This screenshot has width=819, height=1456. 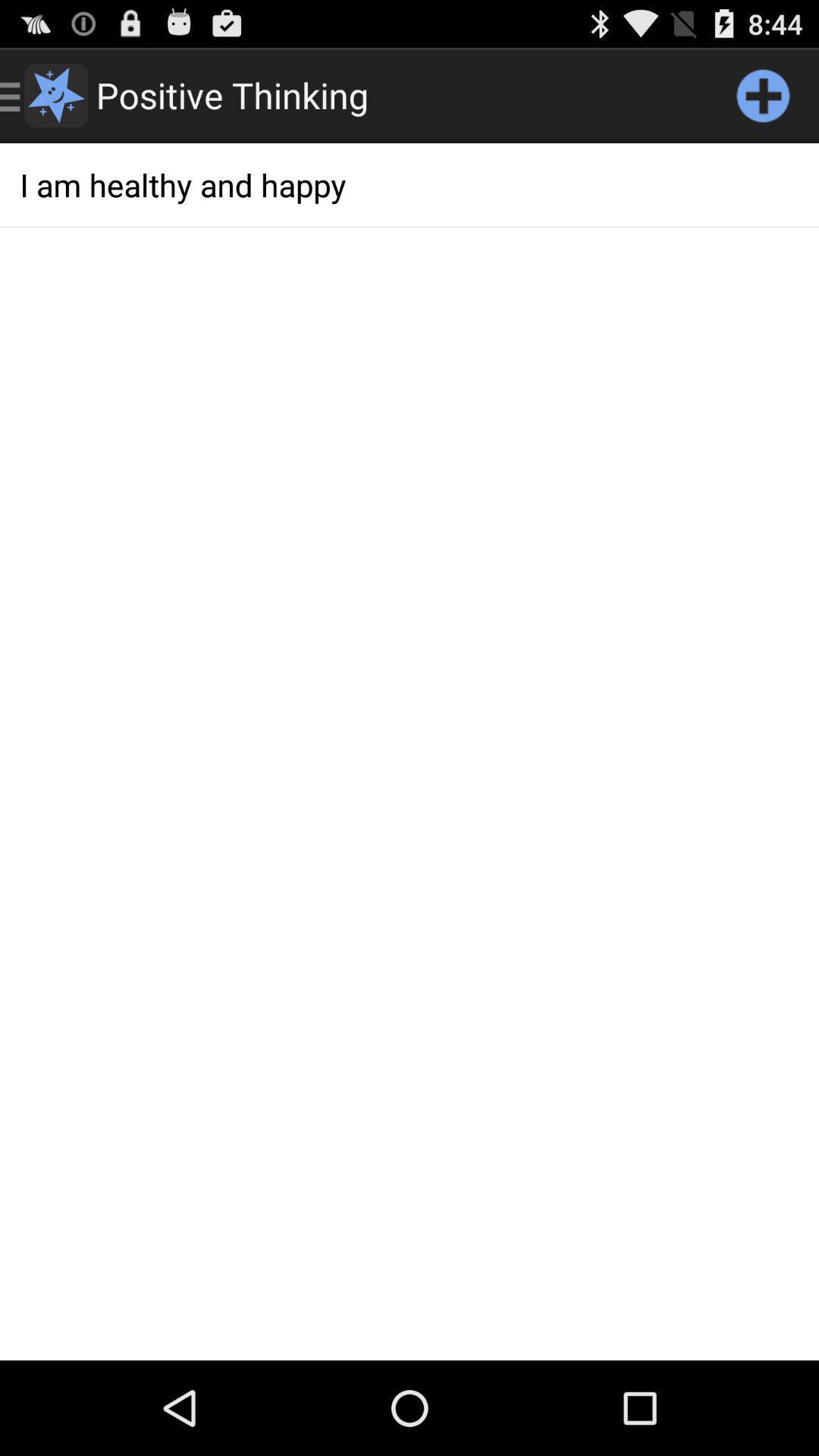 I want to click on icon next to the positive thinking, so click(x=763, y=94).